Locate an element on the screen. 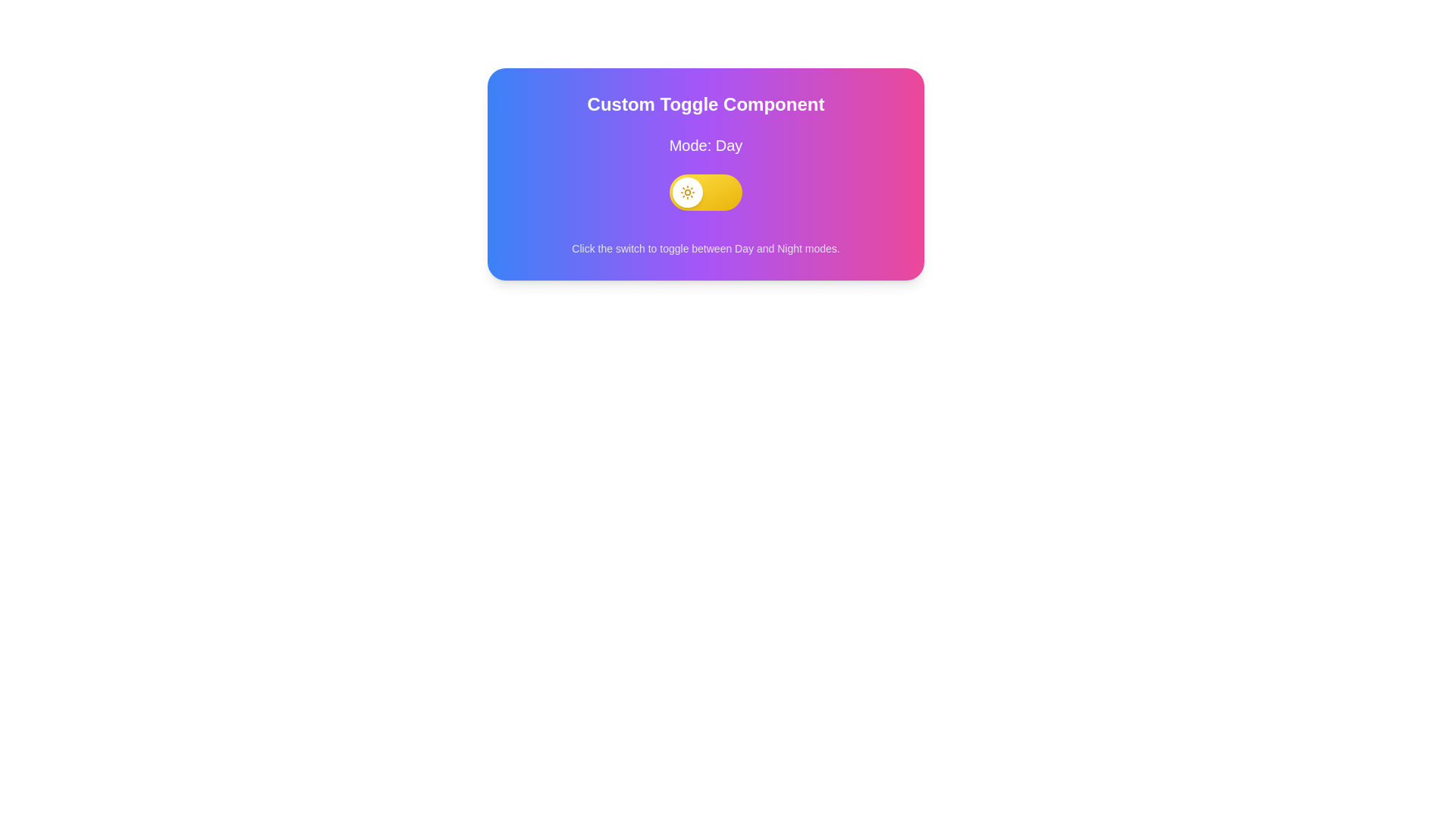  the toggle switch labeled 'Mode: Day' in the 'Custom Toggle Component' to change the mode from Day to Night is located at coordinates (705, 174).